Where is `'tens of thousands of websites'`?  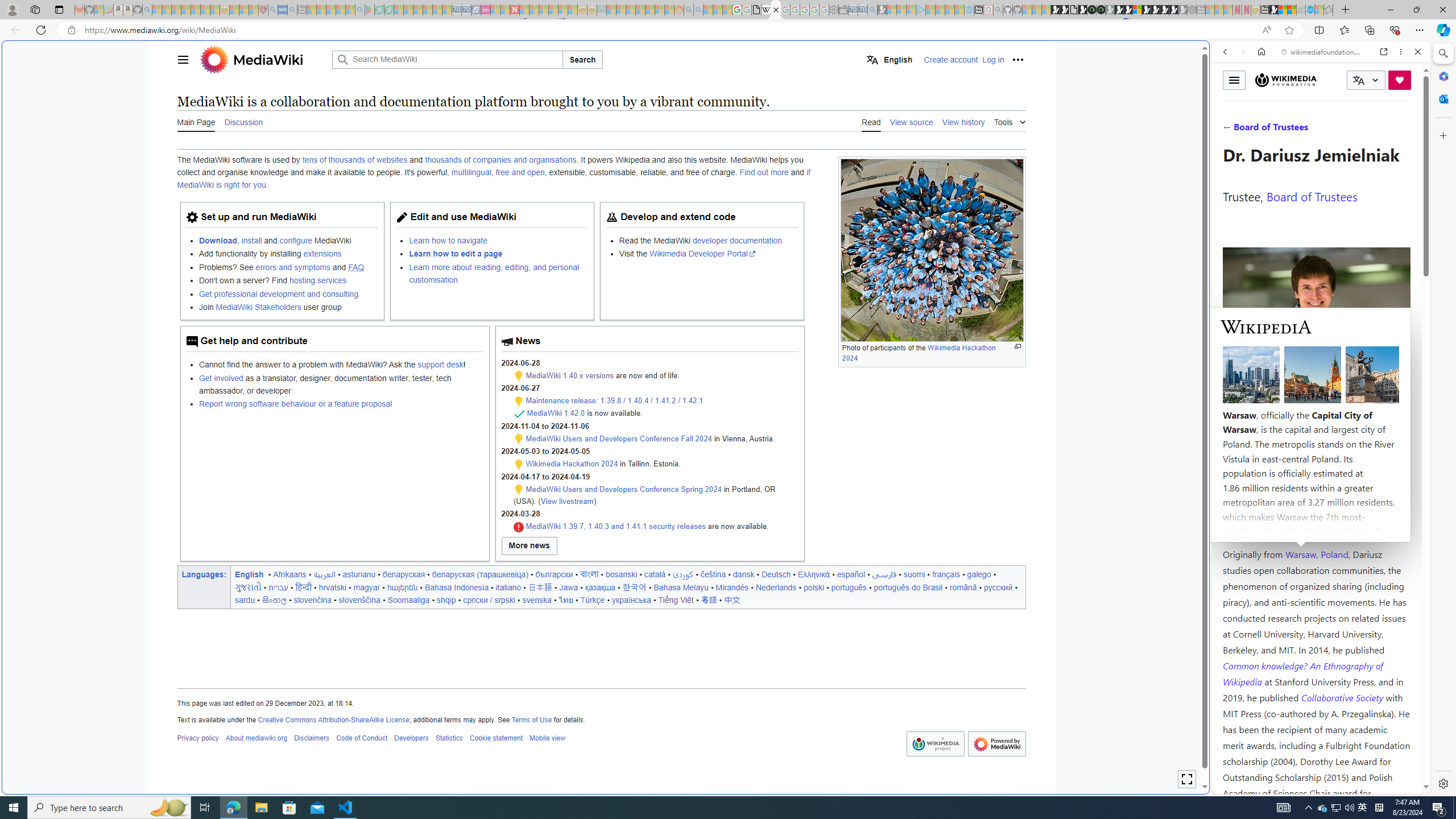 'tens of thousands of websites' is located at coordinates (354, 159).